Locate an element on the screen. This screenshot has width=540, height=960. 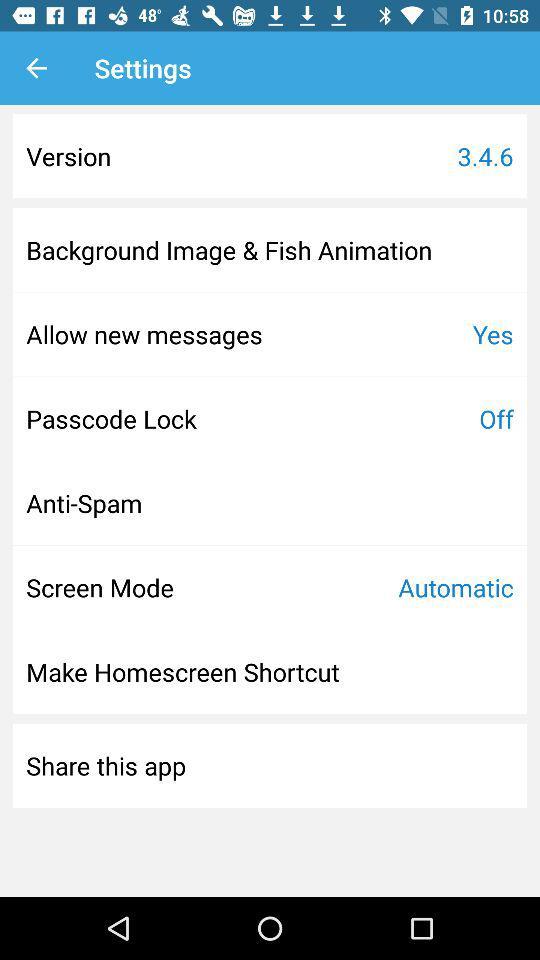
icon to the right of the version is located at coordinates (484, 155).